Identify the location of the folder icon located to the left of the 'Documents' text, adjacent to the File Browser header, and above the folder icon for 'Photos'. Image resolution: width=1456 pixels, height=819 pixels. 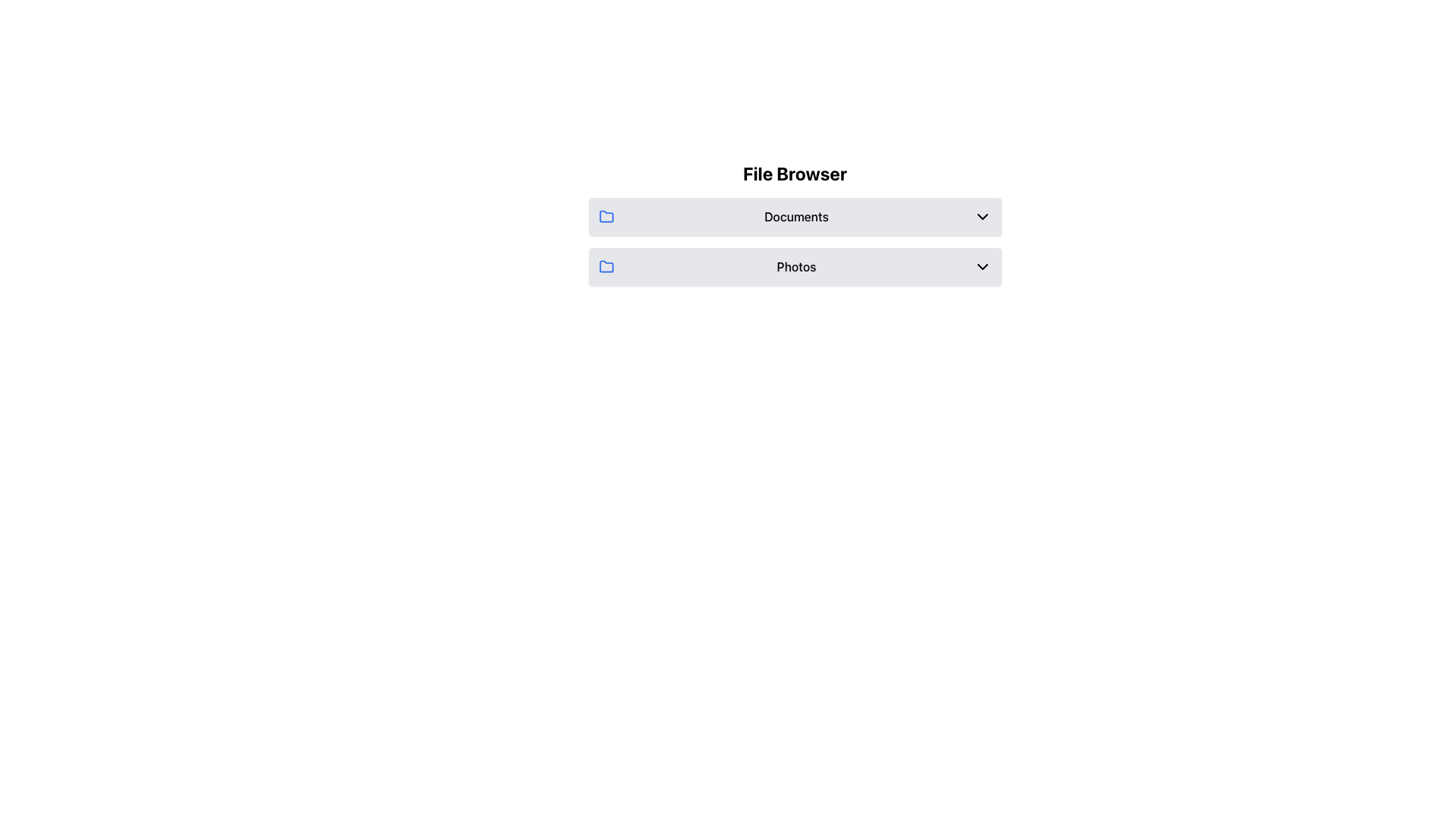
(605, 216).